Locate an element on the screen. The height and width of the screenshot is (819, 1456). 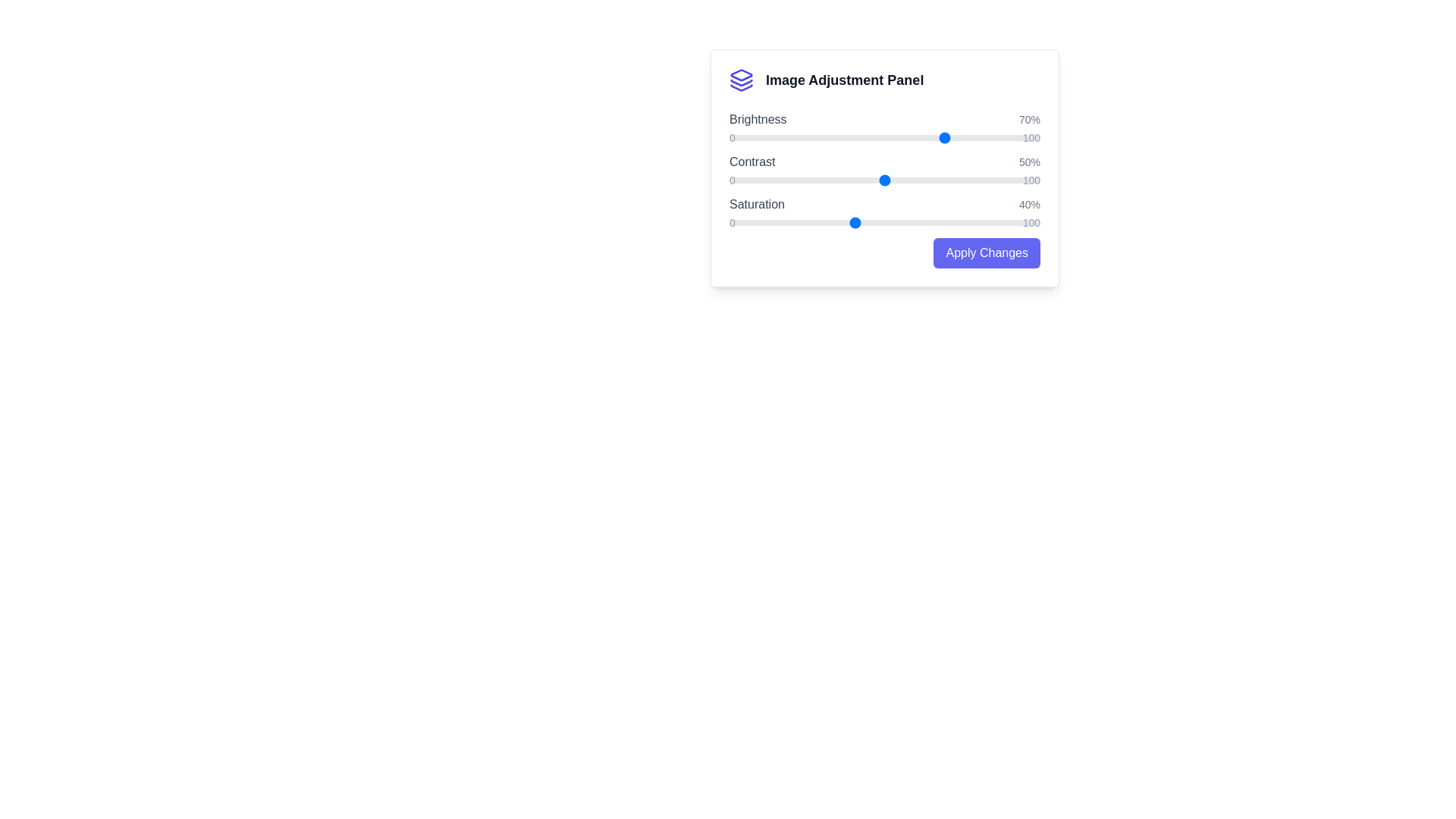
'Apply Changes' button to confirm adjustments is located at coordinates (987, 253).